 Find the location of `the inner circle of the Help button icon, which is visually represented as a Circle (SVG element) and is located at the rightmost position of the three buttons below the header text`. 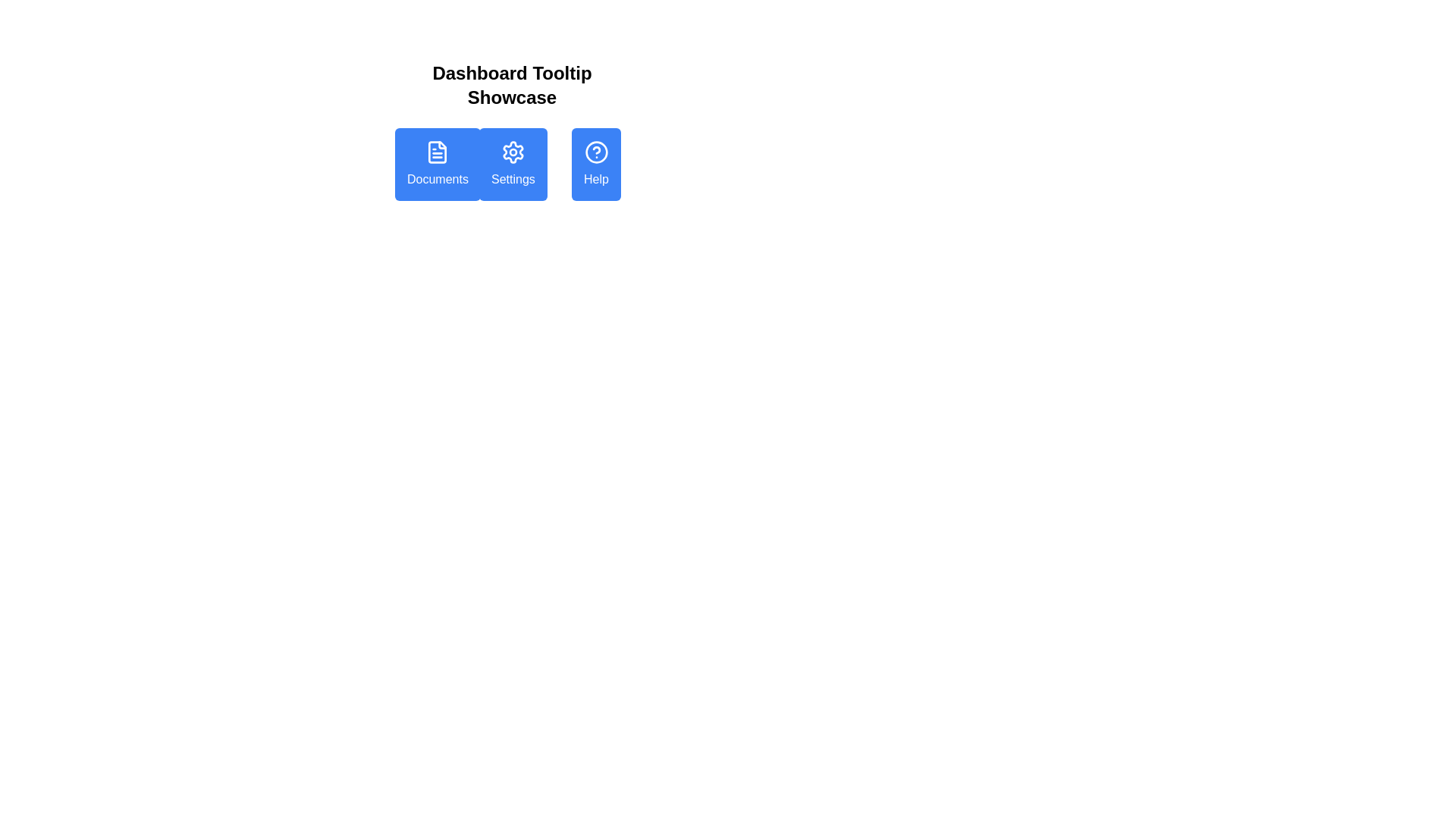

the inner circle of the Help button icon, which is visually represented as a Circle (SVG element) and is located at the rightmost position of the three buttons below the header text is located at coordinates (595, 152).